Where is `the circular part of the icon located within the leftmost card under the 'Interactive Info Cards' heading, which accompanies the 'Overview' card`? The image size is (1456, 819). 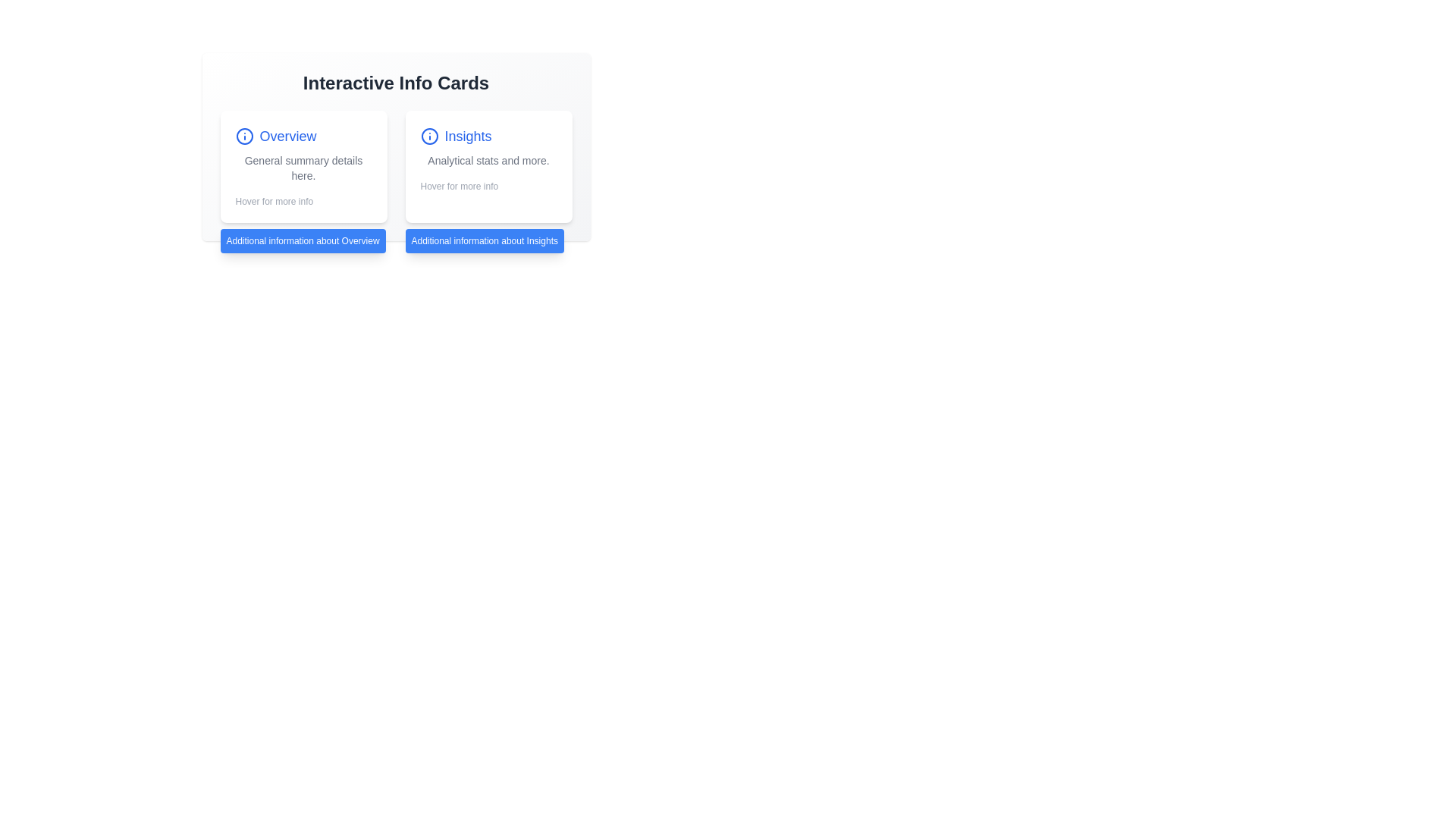 the circular part of the icon located within the leftmost card under the 'Interactive Info Cards' heading, which accompanies the 'Overview' card is located at coordinates (244, 136).